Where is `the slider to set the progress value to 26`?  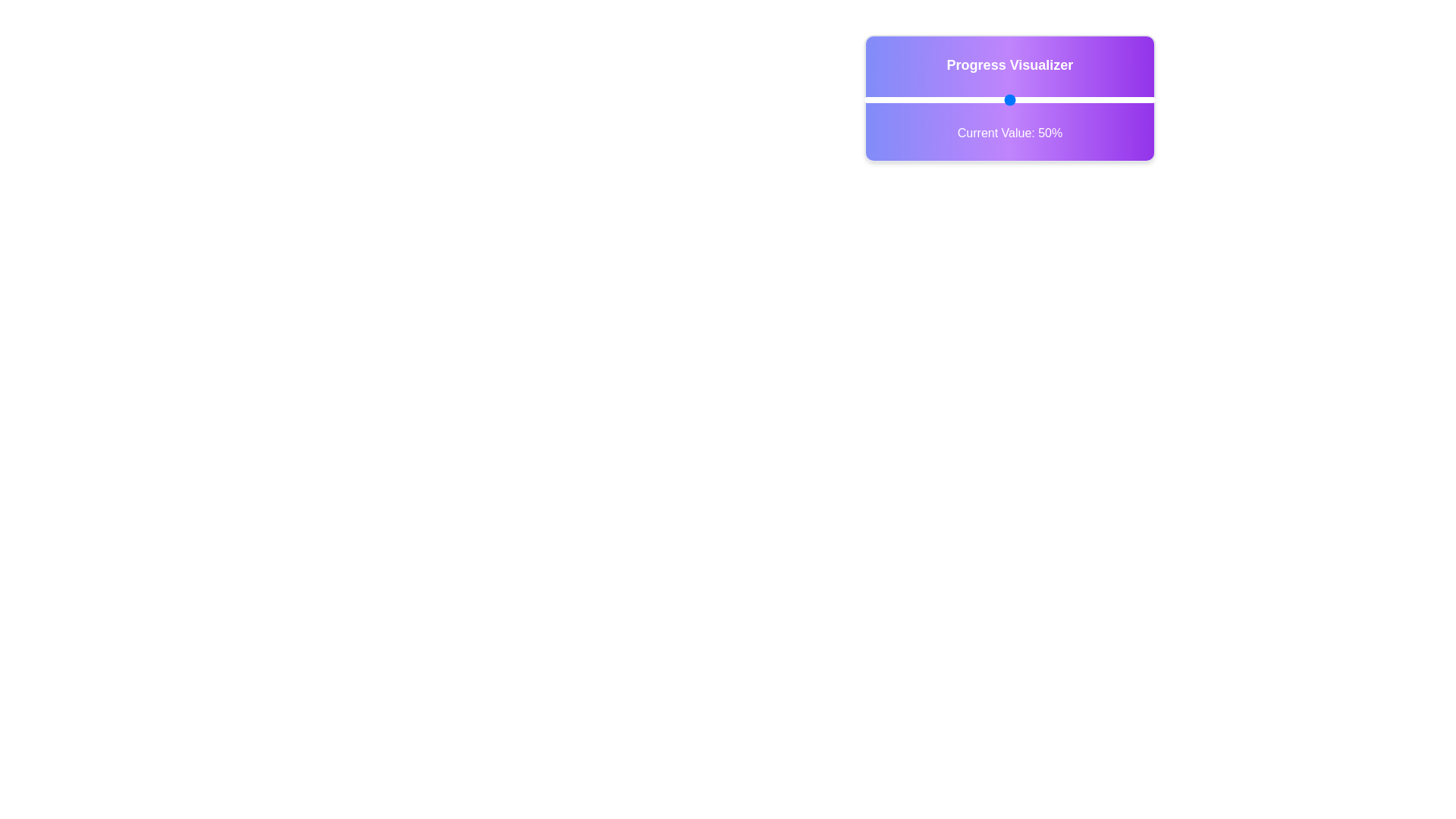
the slider to set the progress value to 26 is located at coordinates (939, 99).